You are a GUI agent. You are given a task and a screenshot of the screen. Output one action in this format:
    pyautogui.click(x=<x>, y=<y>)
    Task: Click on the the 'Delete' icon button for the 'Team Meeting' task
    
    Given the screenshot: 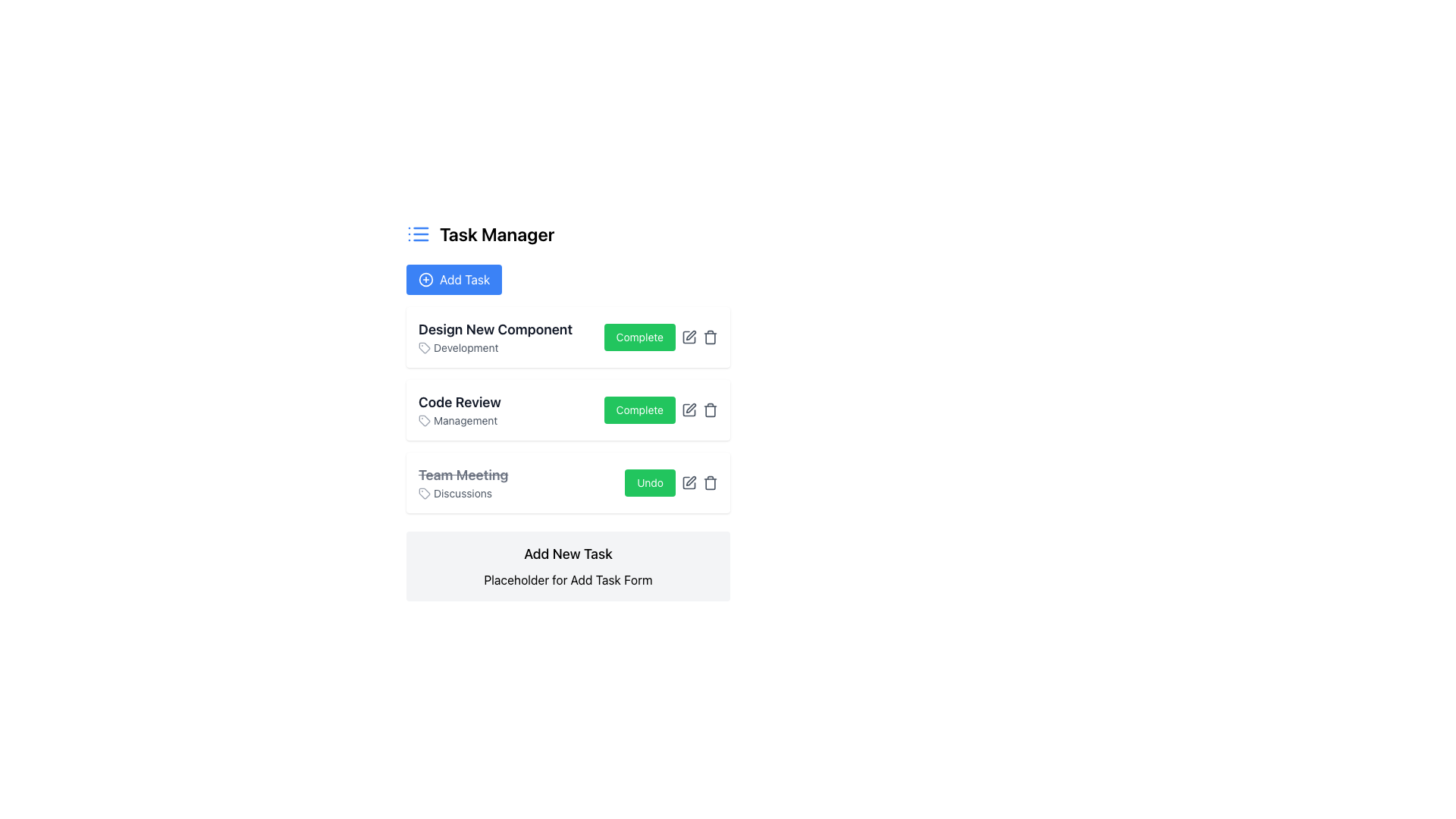 What is the action you would take?
    pyautogui.click(x=709, y=482)
    